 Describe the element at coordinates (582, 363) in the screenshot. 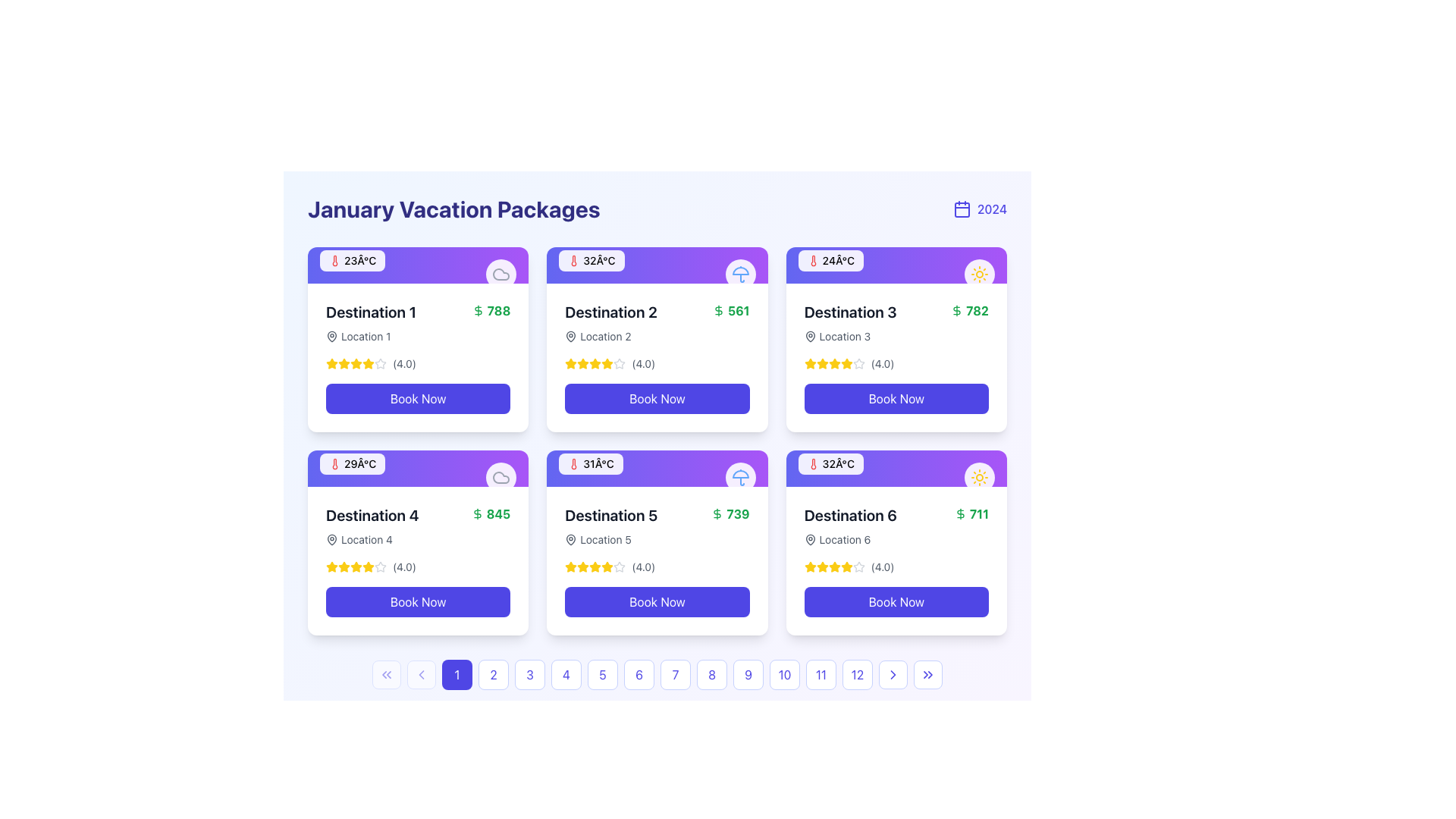

I see `the third star-shaped icon in the rating indicator for 'Destination 2', which is filled with yellow color and part of a group of five stars` at that location.